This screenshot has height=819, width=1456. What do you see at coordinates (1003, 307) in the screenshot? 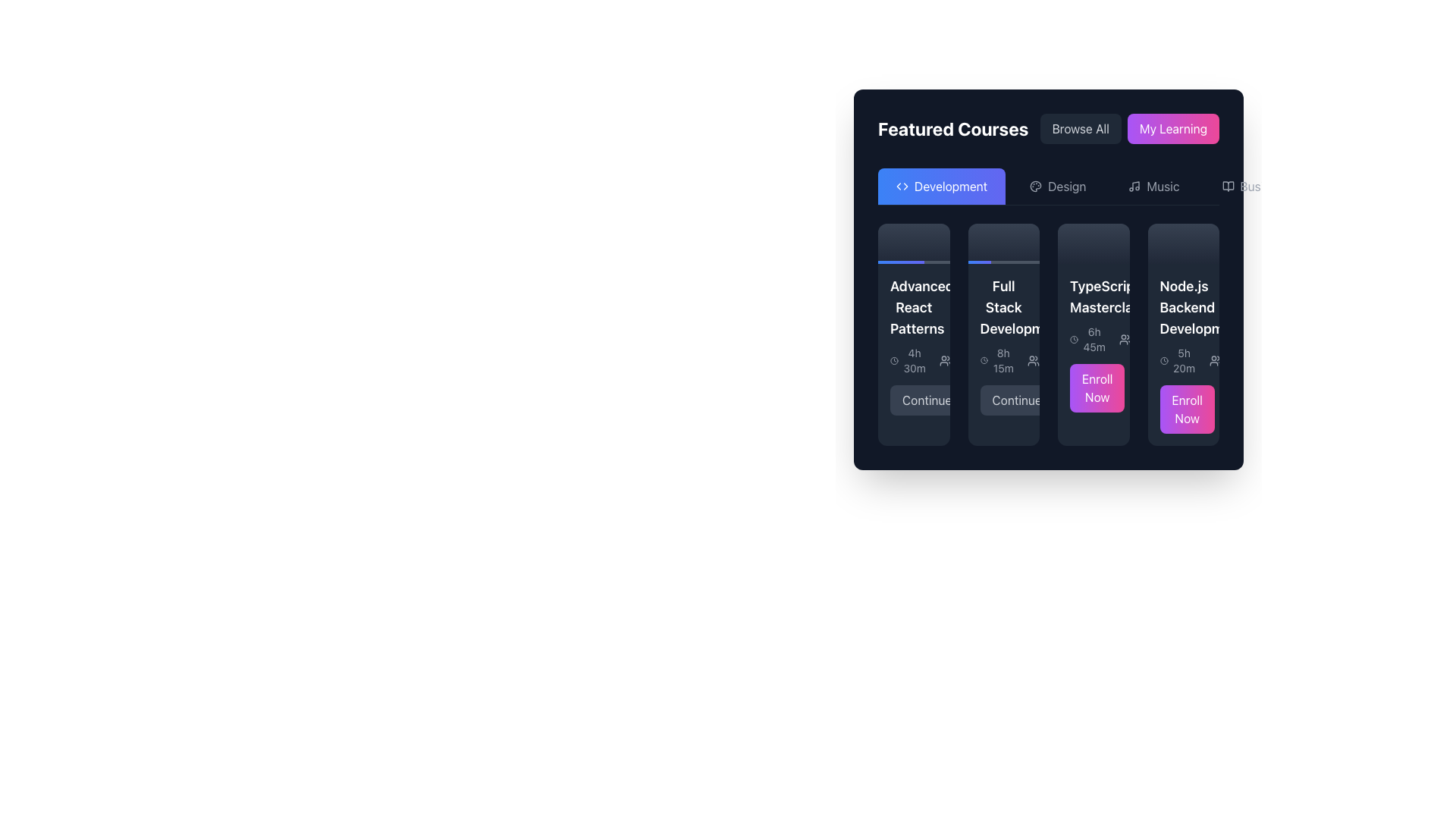
I see `the text label displaying 'Full Stack Development' in bold white font, located in the second card from the left under the 'Development' category` at bounding box center [1003, 307].